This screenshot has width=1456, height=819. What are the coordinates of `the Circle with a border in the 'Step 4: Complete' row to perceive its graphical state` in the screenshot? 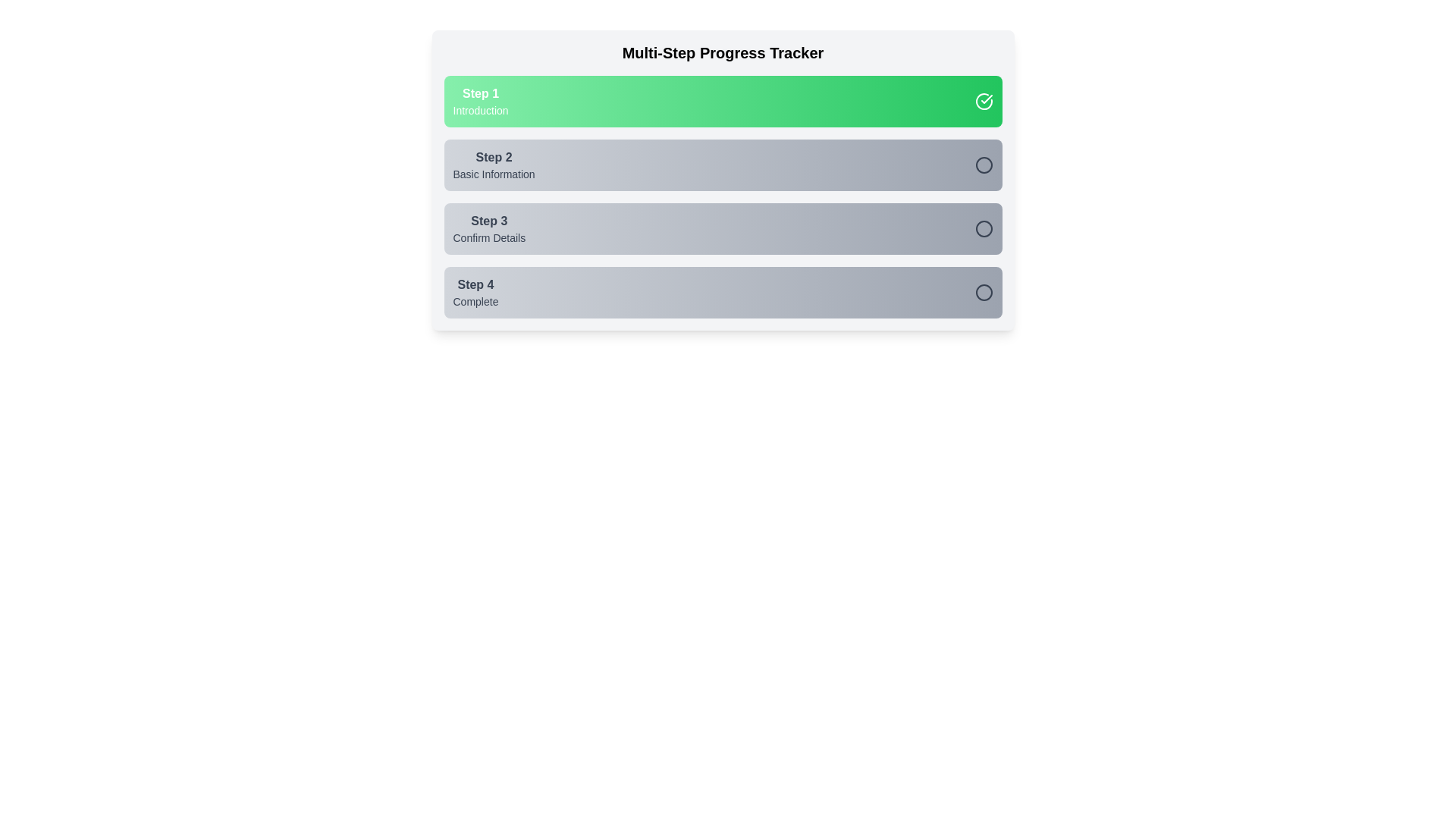 It's located at (984, 292).